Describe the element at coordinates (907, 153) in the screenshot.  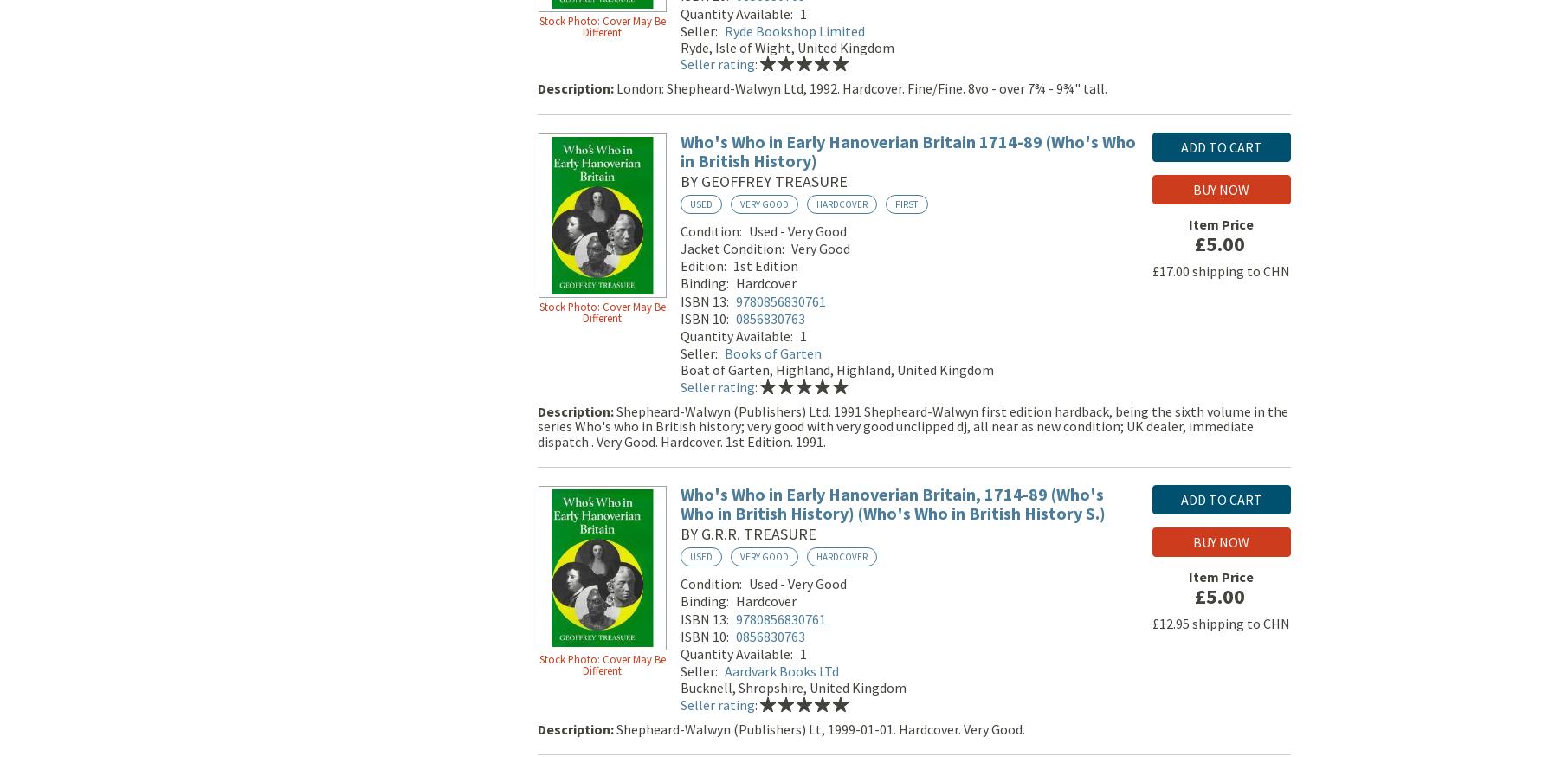
I see `'Who's Who in Early Hanoverian Britain 1714-89 (Who's Who in British History)'` at that location.